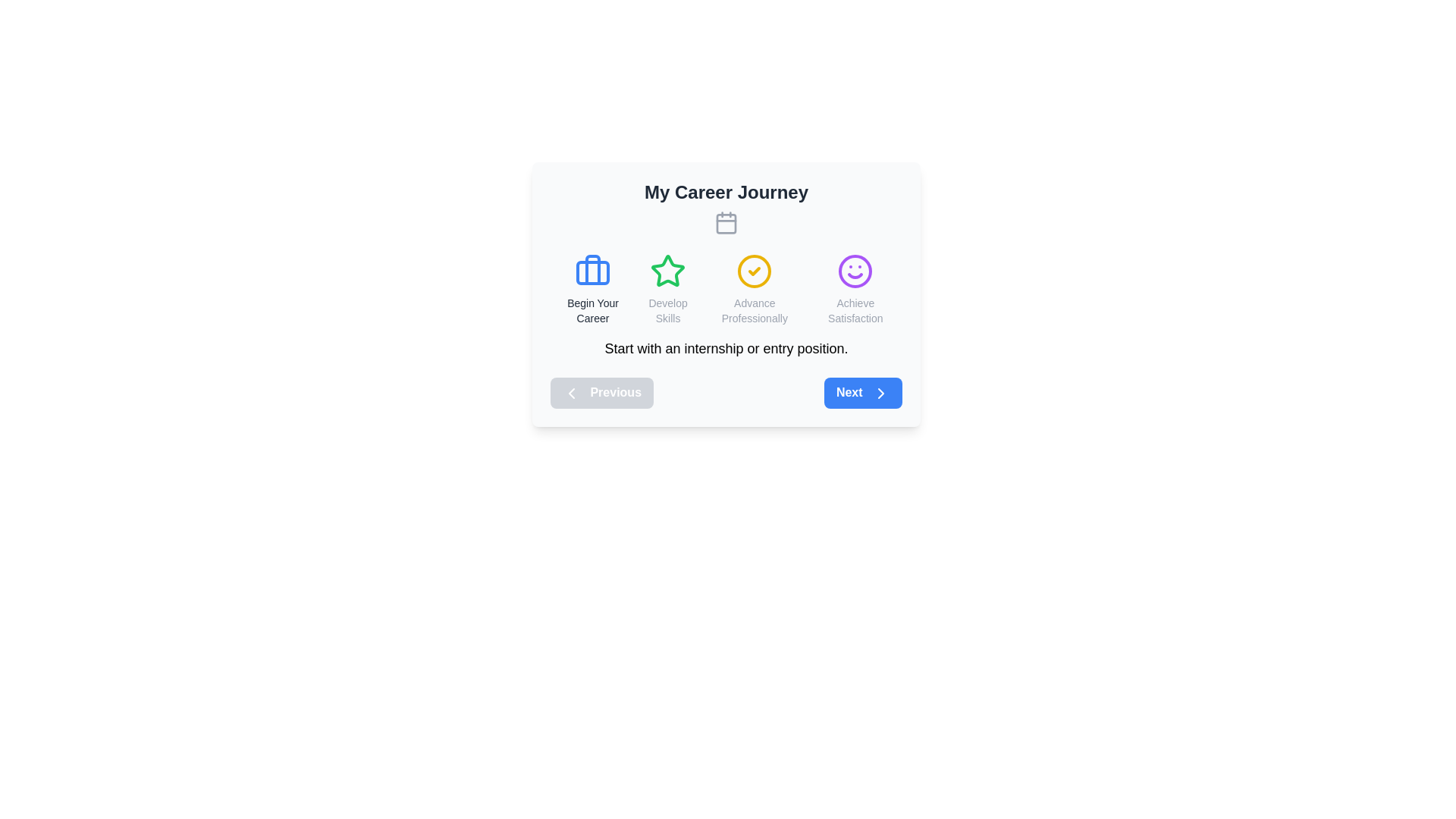 Image resolution: width=1456 pixels, height=819 pixels. Describe the element at coordinates (667, 270) in the screenshot. I see `the green star-shaped icon located below the 'Develop Skills' label` at that location.